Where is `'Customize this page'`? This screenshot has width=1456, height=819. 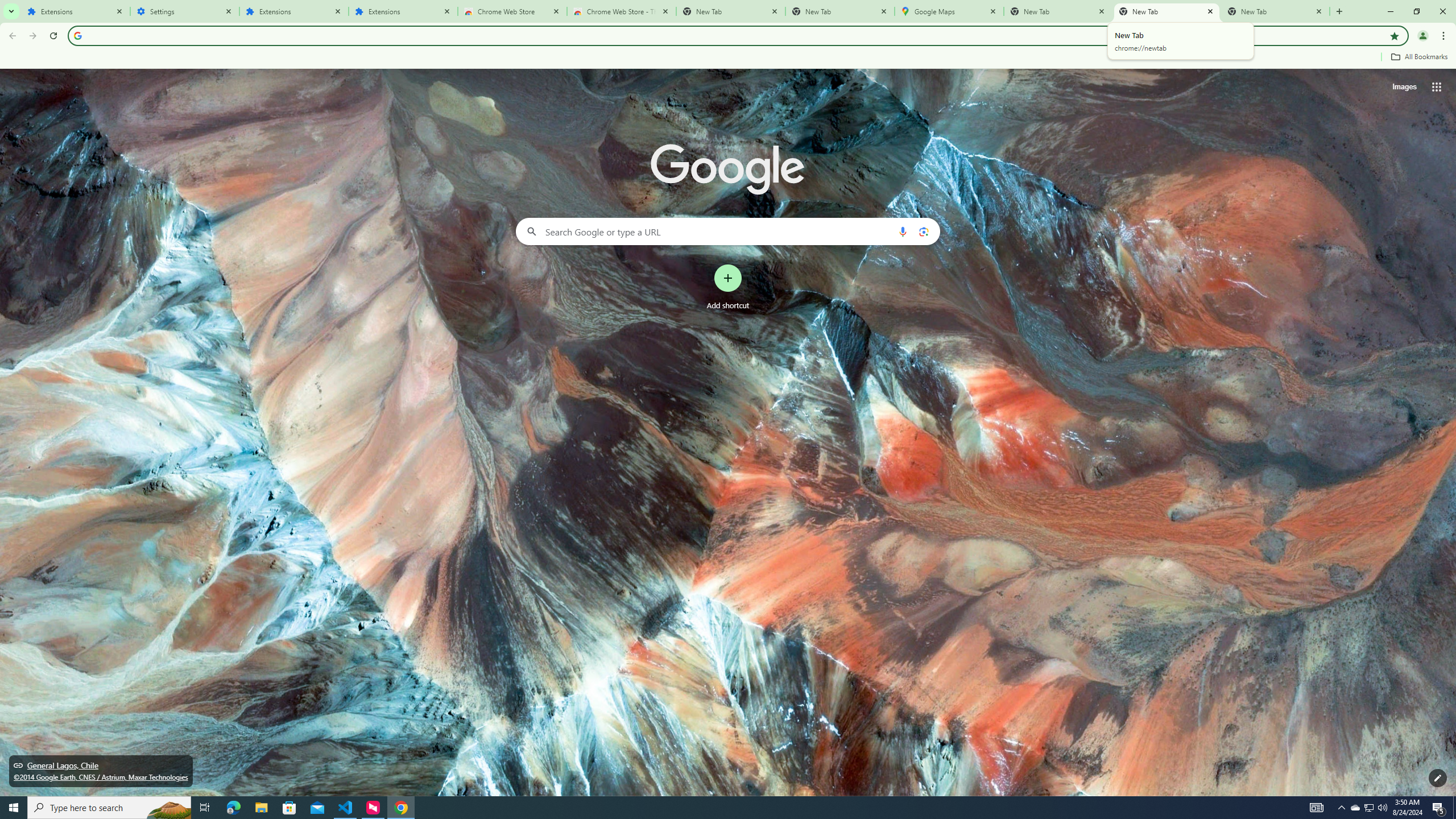 'Customize this page' is located at coordinates (1437, 777).